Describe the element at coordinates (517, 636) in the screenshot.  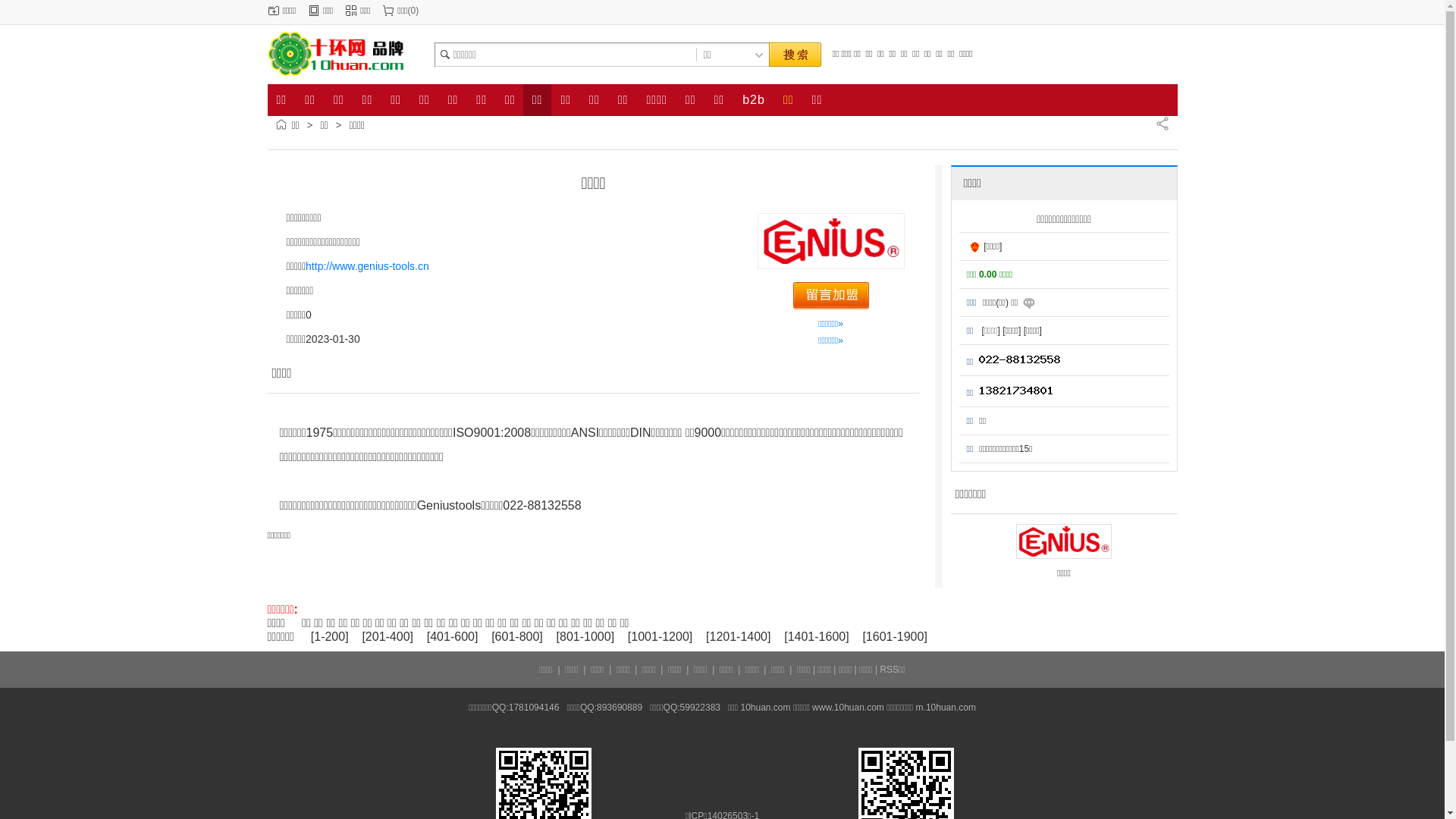
I see `'601-800'` at that location.